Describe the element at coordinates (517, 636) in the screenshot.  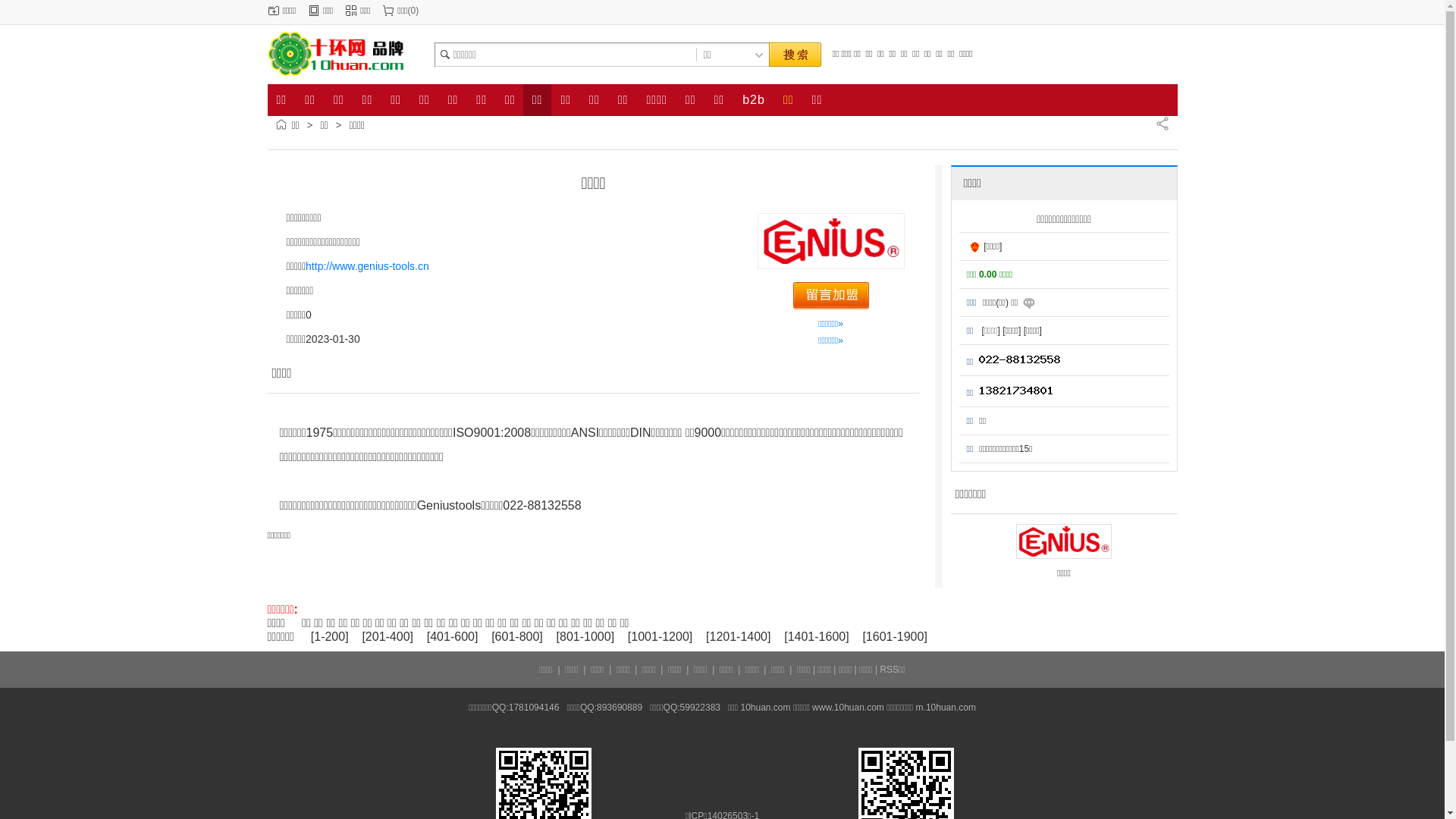
I see `'601-800'` at that location.